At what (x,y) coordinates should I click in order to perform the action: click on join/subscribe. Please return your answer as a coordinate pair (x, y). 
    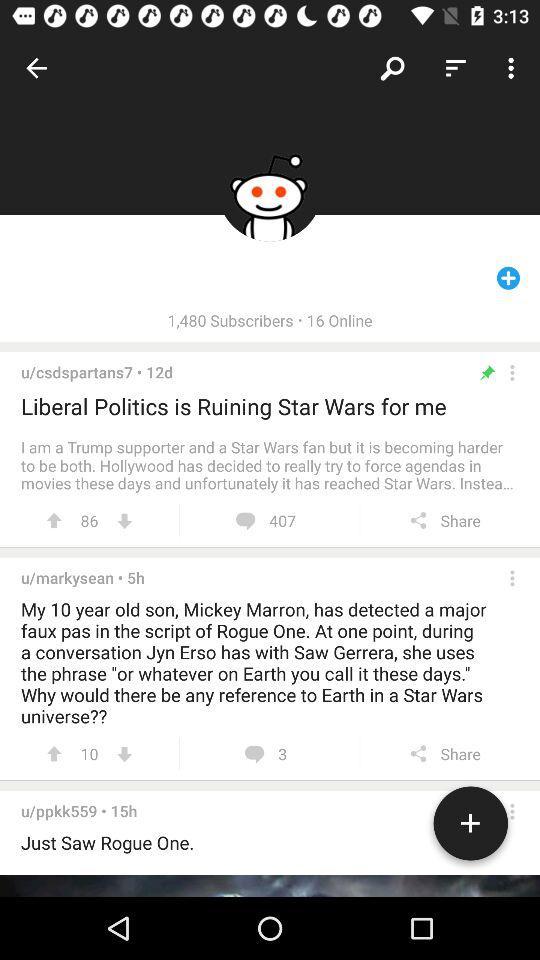
    Looking at the image, I should click on (470, 827).